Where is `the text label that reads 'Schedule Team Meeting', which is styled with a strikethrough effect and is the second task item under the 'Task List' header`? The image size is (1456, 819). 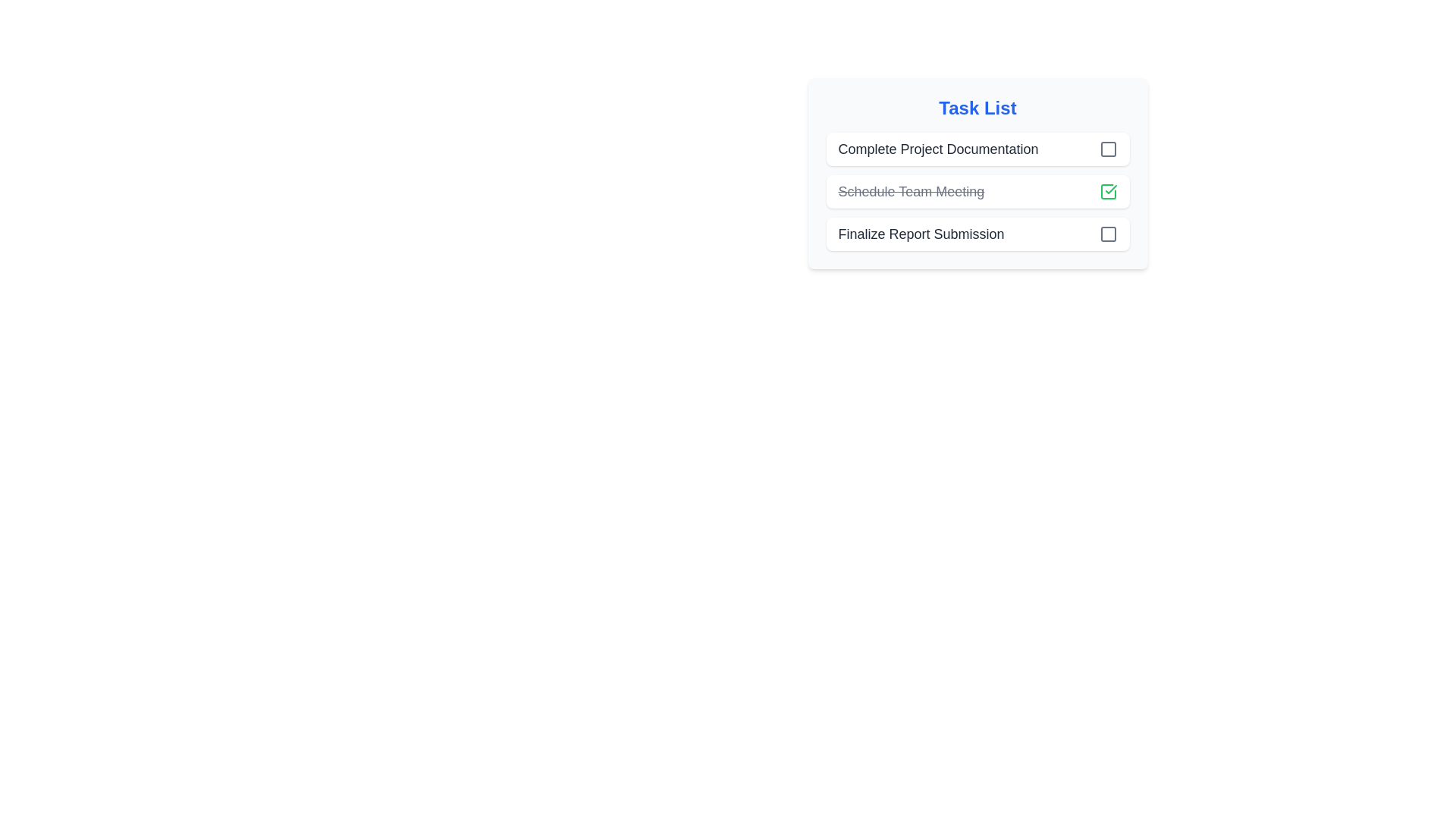
the text label that reads 'Schedule Team Meeting', which is styled with a strikethrough effect and is the second task item under the 'Task List' header is located at coordinates (910, 191).